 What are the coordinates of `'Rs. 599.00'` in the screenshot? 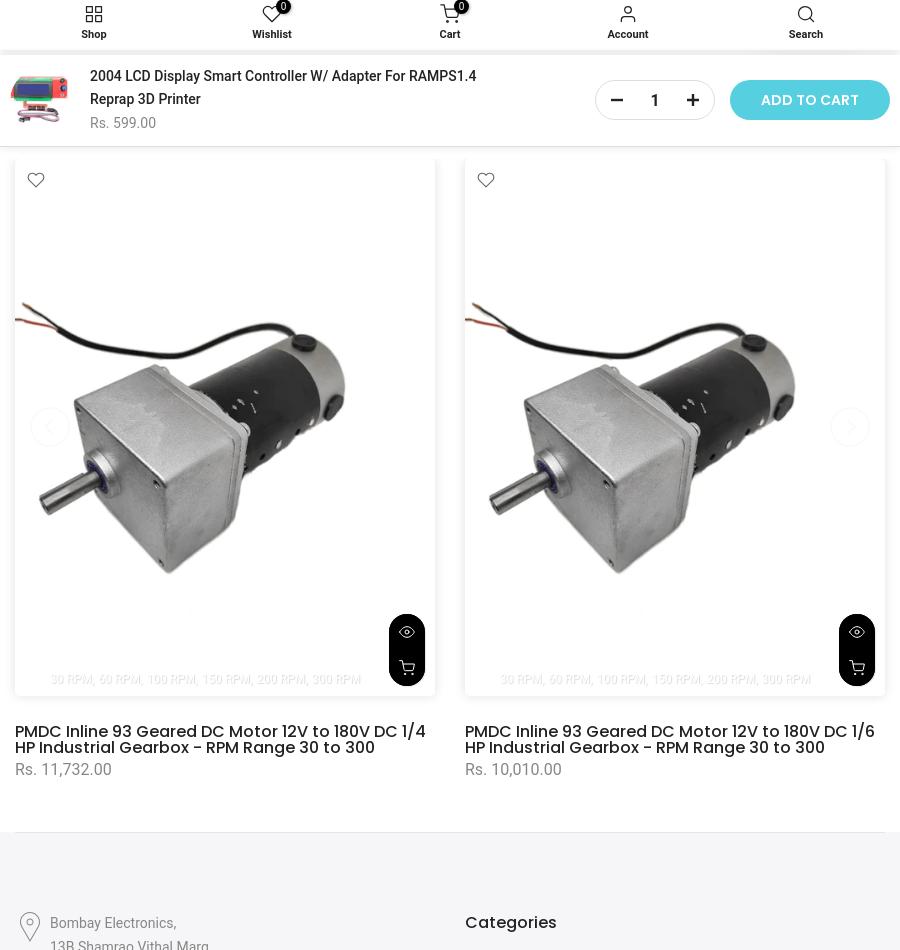 It's located at (123, 123).